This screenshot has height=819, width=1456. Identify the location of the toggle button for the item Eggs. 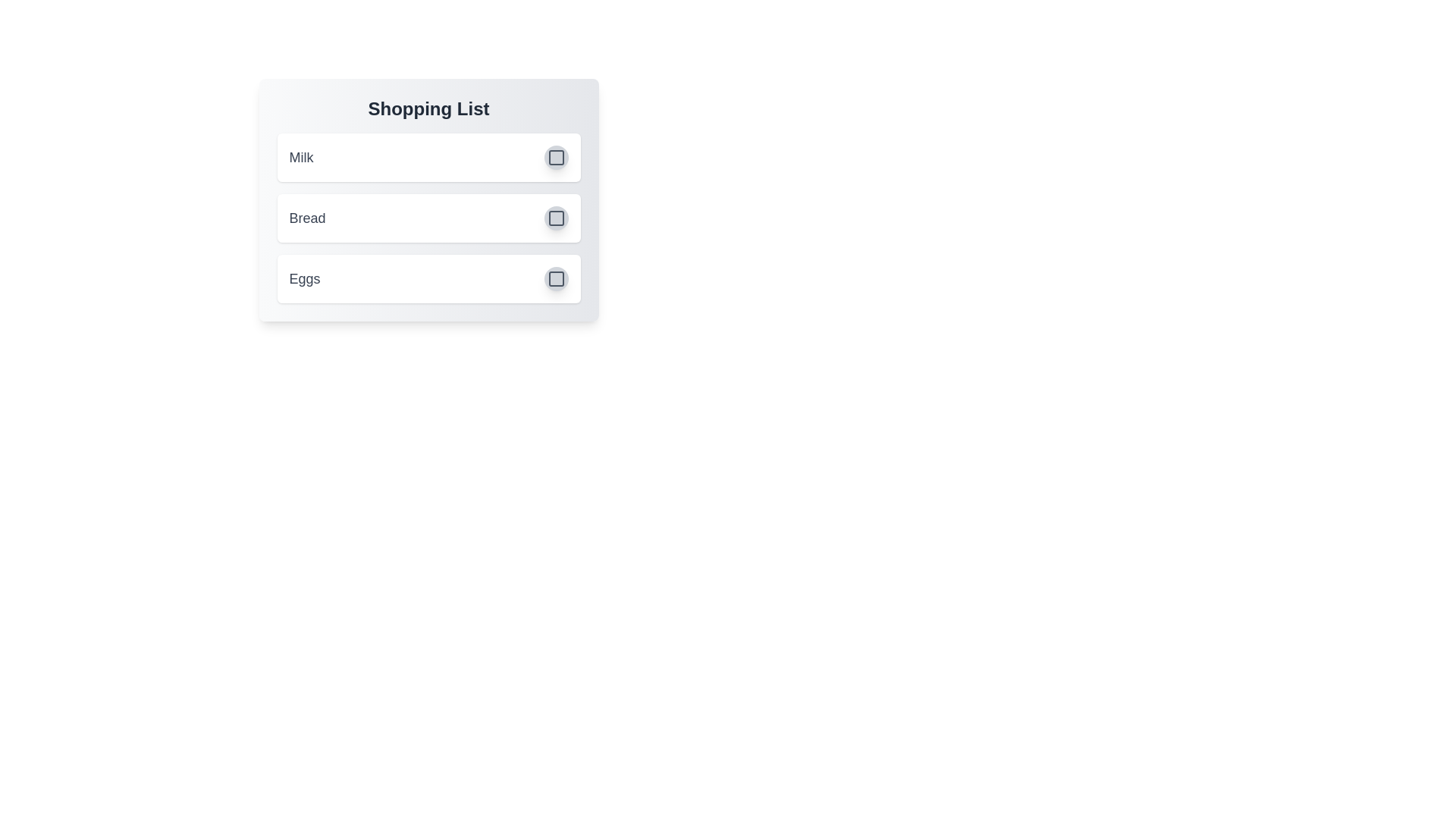
(555, 278).